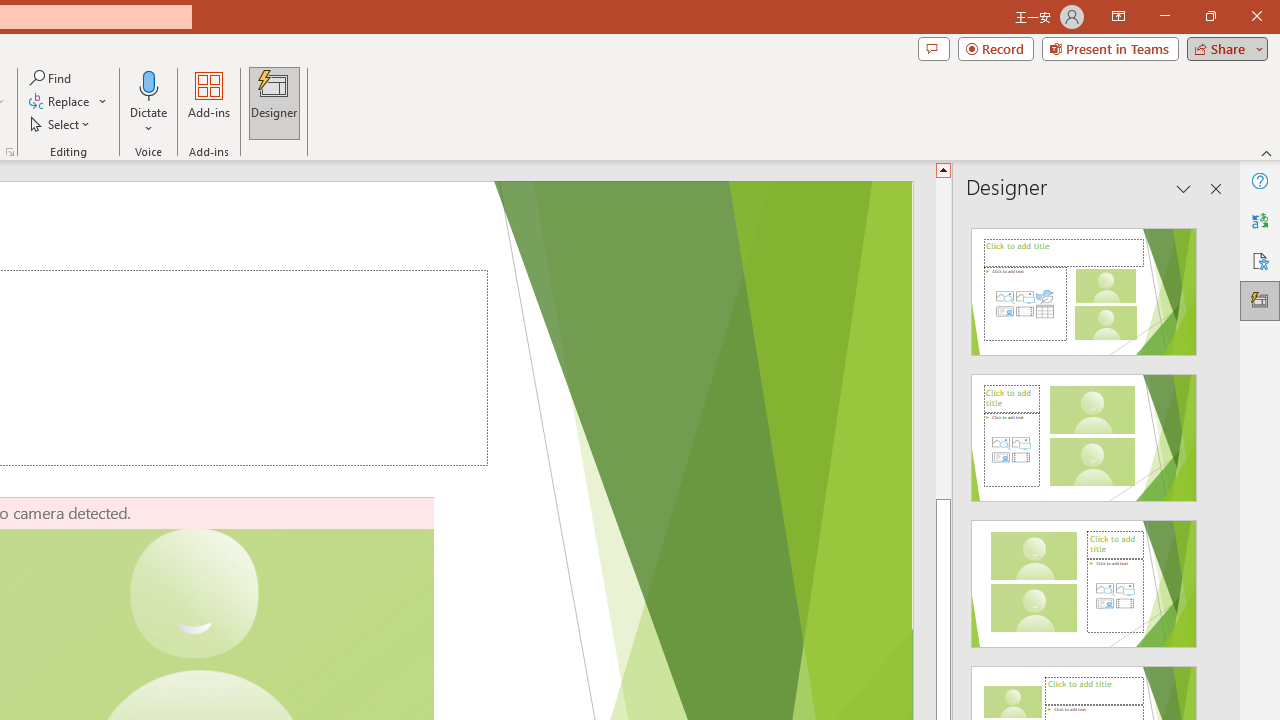 The height and width of the screenshot is (720, 1280). I want to click on 'Recommended Design: Design Idea', so click(1083, 286).